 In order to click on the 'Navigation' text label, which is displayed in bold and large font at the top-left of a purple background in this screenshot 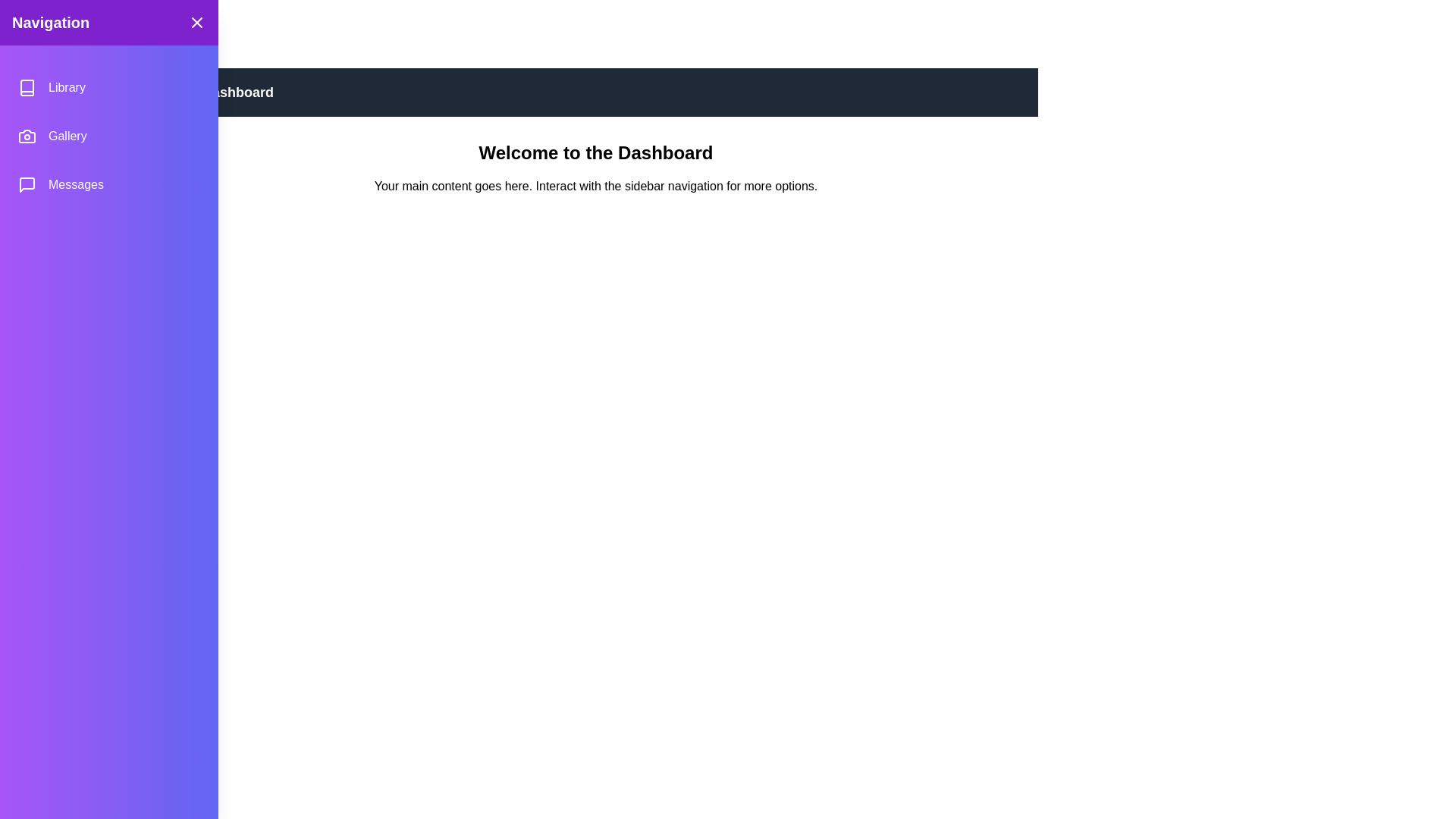, I will do `click(51, 23)`.